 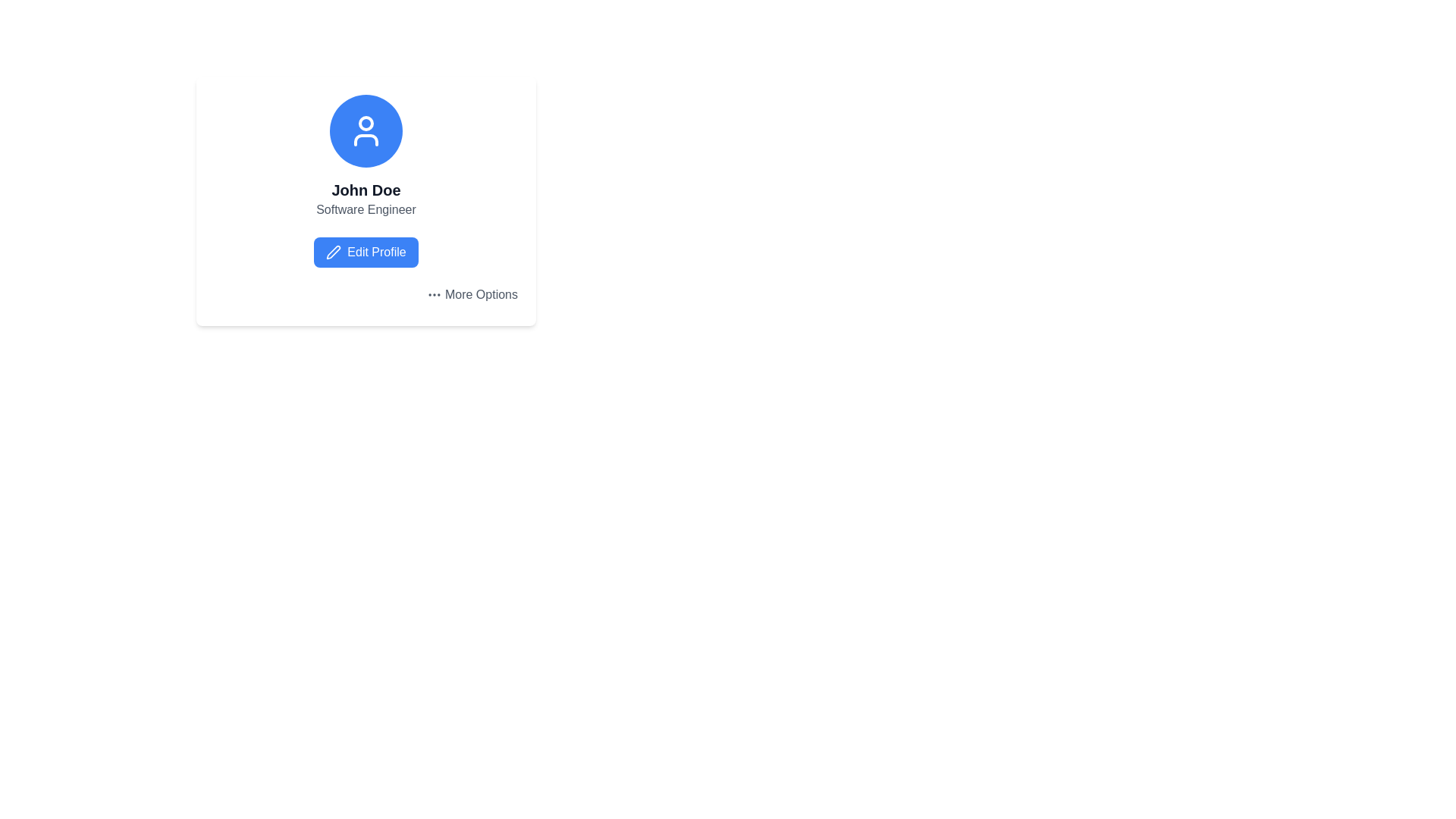 What do you see at coordinates (366, 210) in the screenshot?
I see `the static text label displaying 'Software Engineer', which is styled in gray and positioned below the heading 'John Doe' in the center of the card layout` at bounding box center [366, 210].